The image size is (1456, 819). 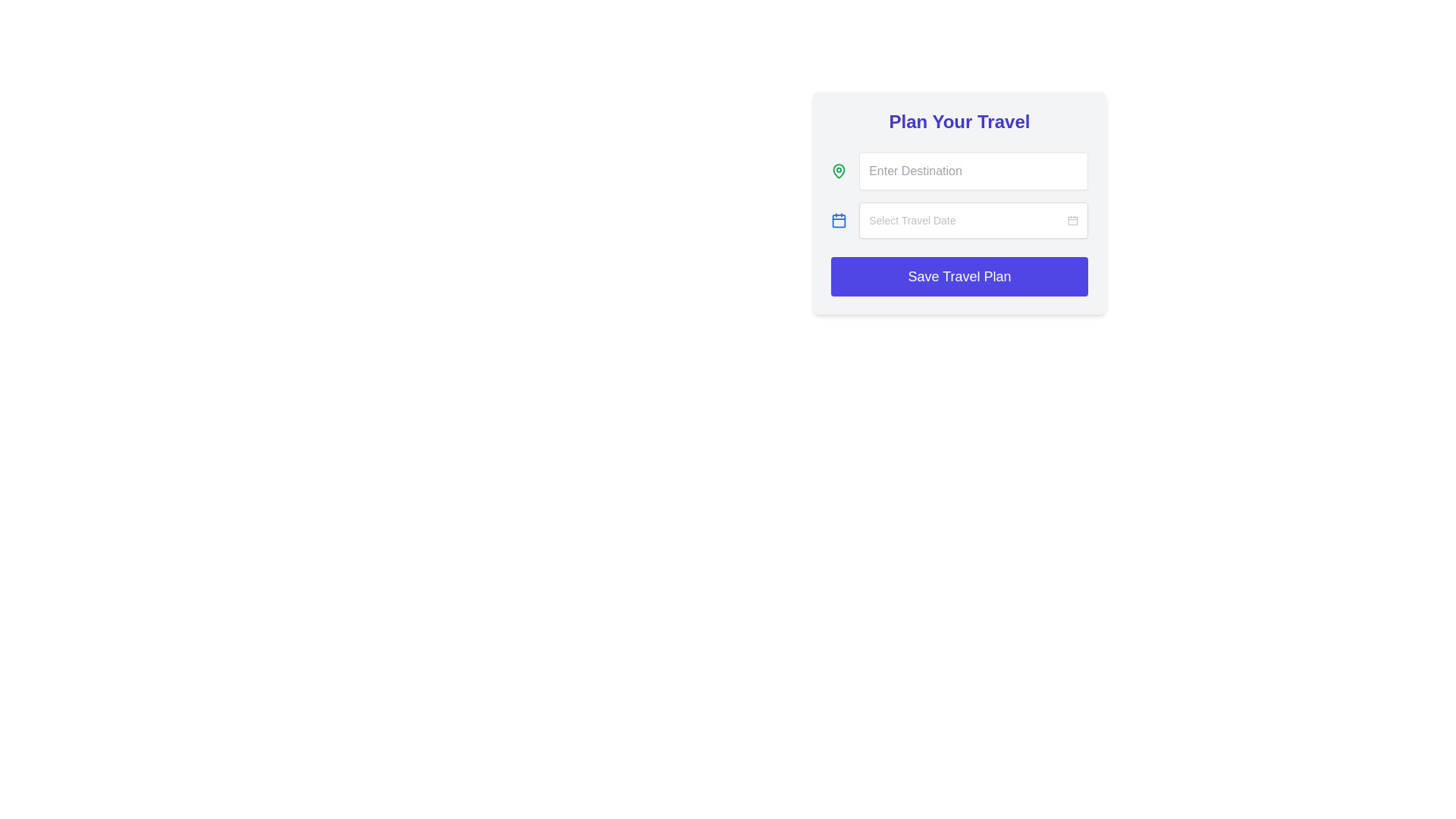 What do you see at coordinates (838, 220) in the screenshot?
I see `the blue calendar icon, which is the second icon to the left of the 'Select Travel Date' input in the 'Plan Your Travel' form, to invoke the date-picker` at bounding box center [838, 220].